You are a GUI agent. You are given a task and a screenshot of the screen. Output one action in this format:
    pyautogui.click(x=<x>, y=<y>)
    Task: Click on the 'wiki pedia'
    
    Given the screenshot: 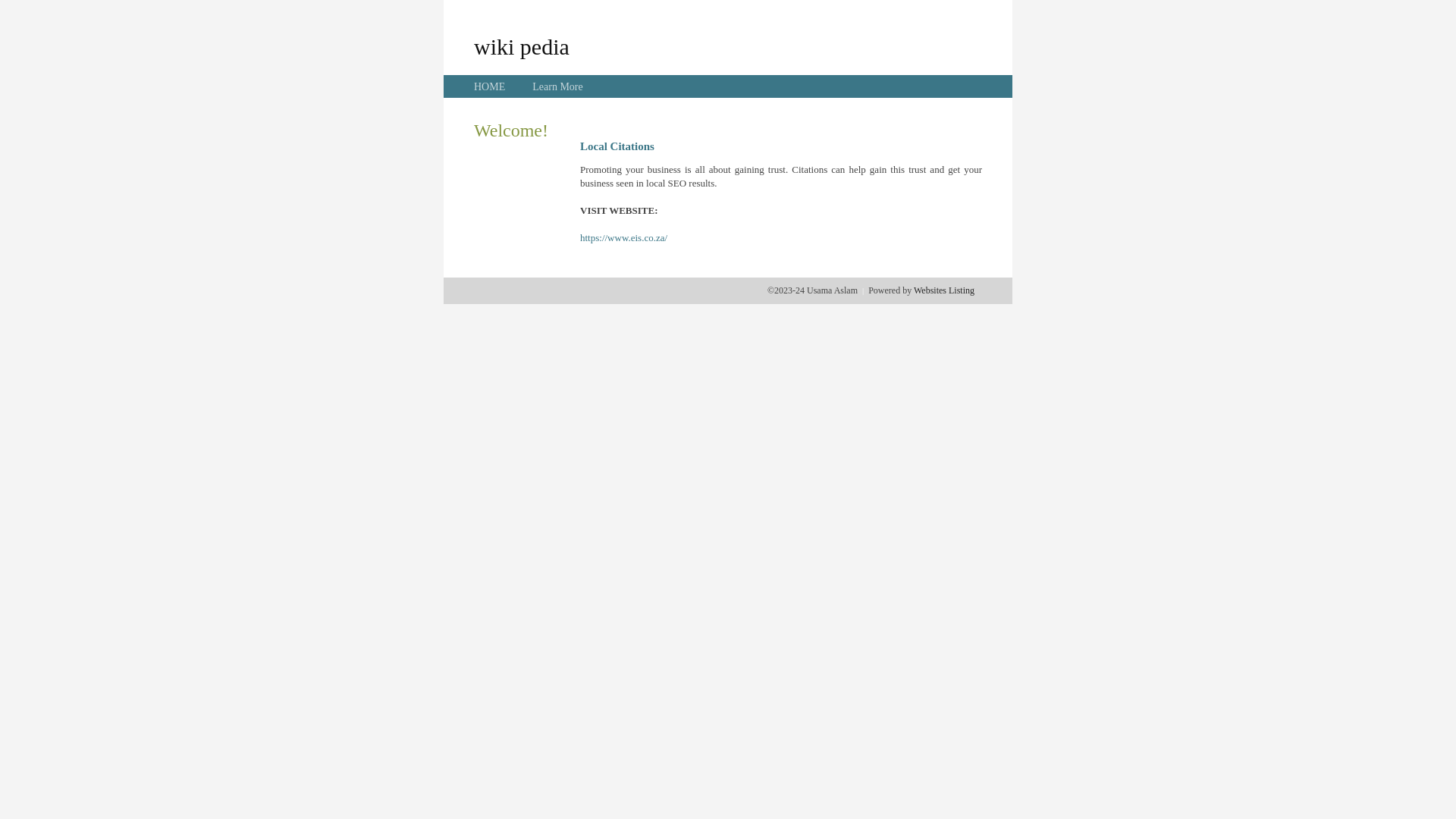 What is the action you would take?
    pyautogui.click(x=521, y=45)
    